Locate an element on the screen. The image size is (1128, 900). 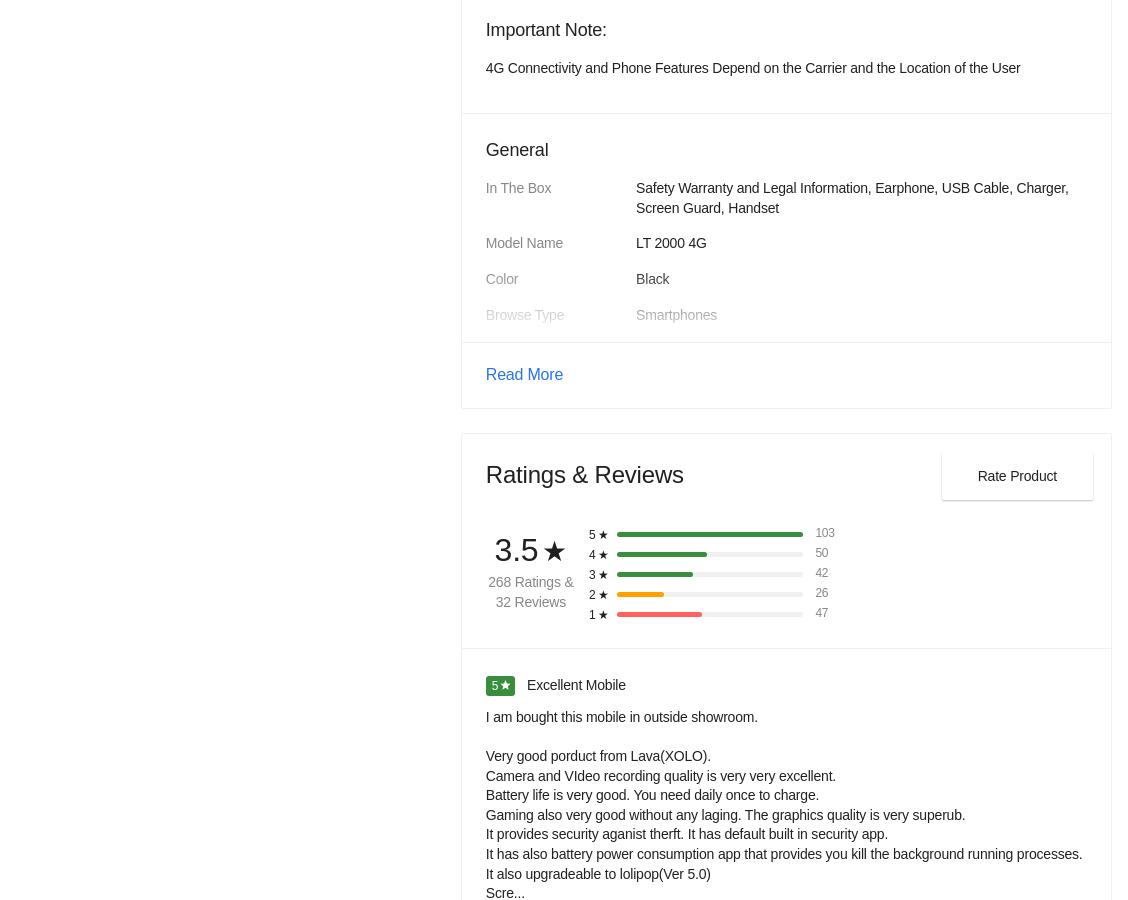
'Browse Type' is located at coordinates (524, 313).